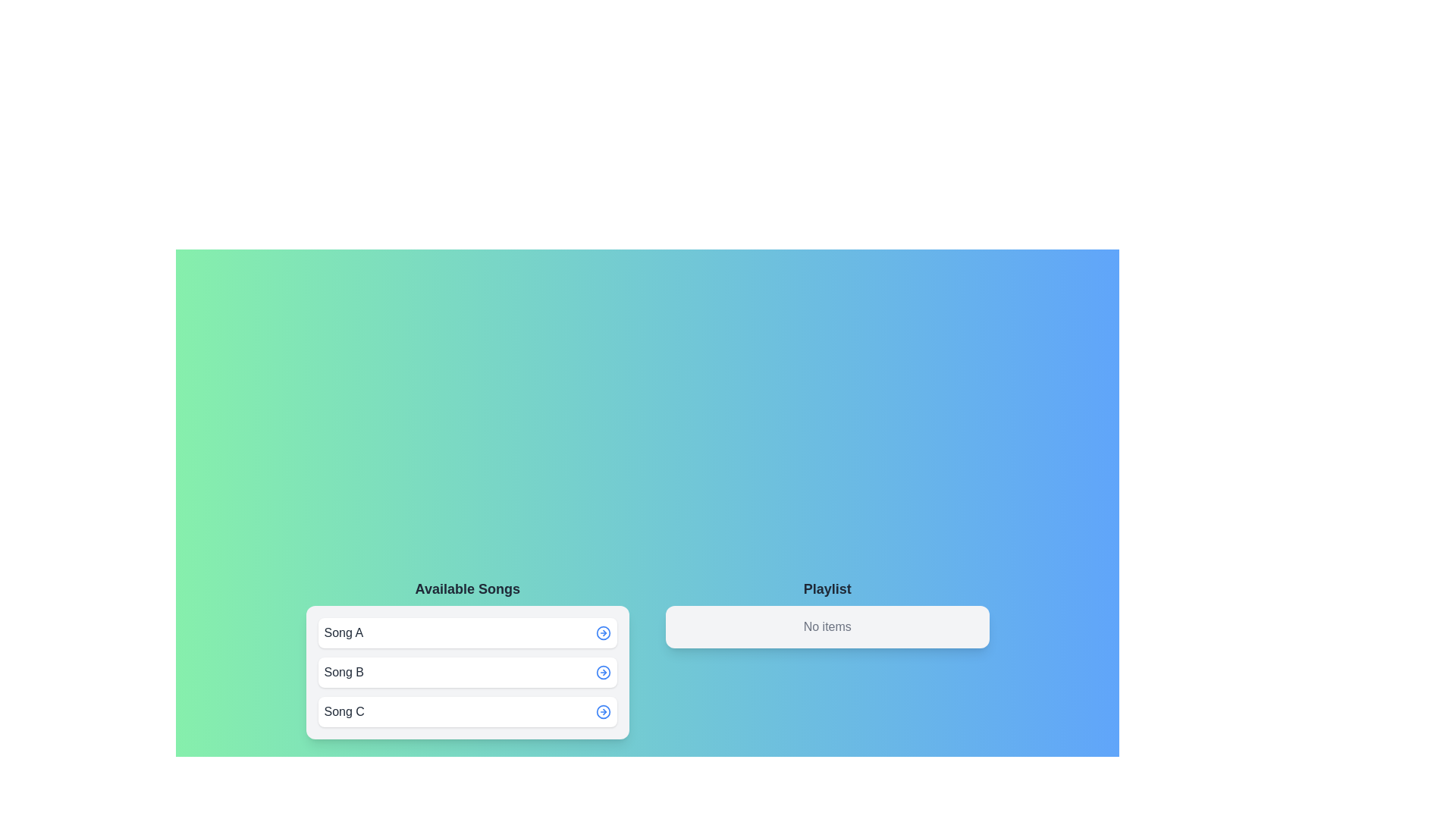  What do you see at coordinates (603, 711) in the screenshot?
I see `arrow button next to the song Song C in the 'Available Songs' list to transfer it to the 'Playlist'` at bounding box center [603, 711].